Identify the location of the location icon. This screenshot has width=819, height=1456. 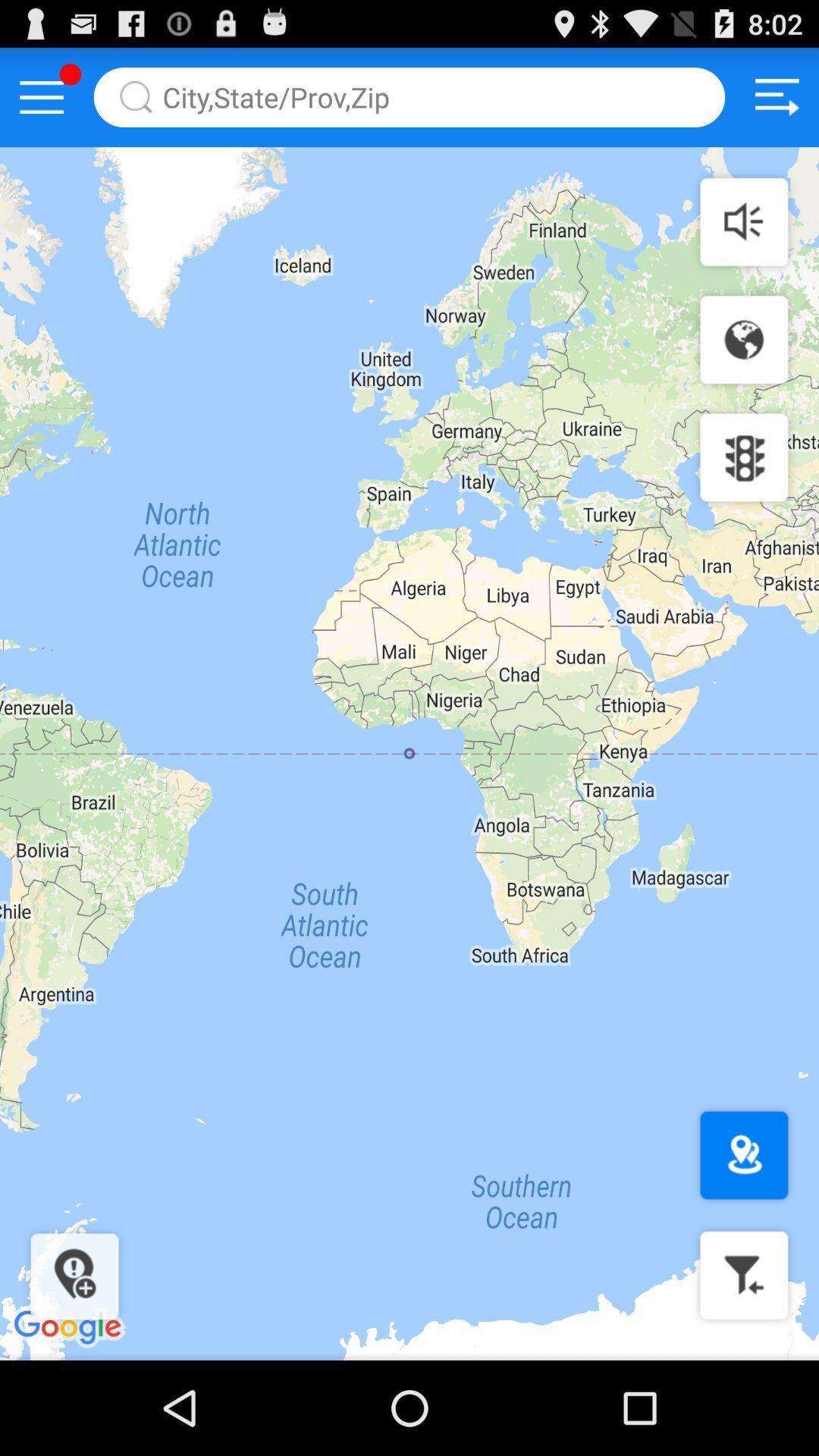
(743, 1236).